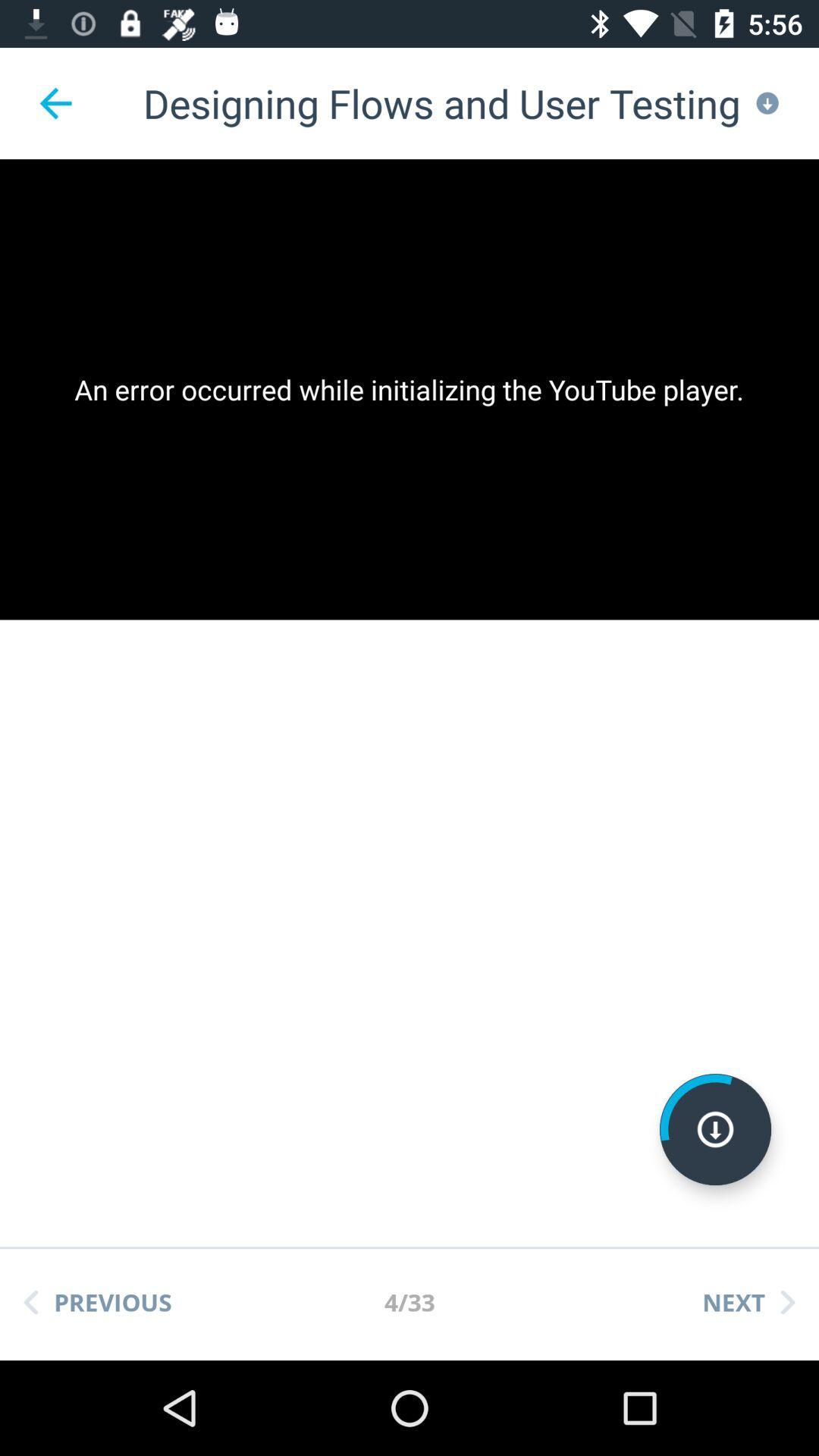 The image size is (819, 1456). What do you see at coordinates (55, 102) in the screenshot?
I see `item next to the designing flows and item` at bounding box center [55, 102].